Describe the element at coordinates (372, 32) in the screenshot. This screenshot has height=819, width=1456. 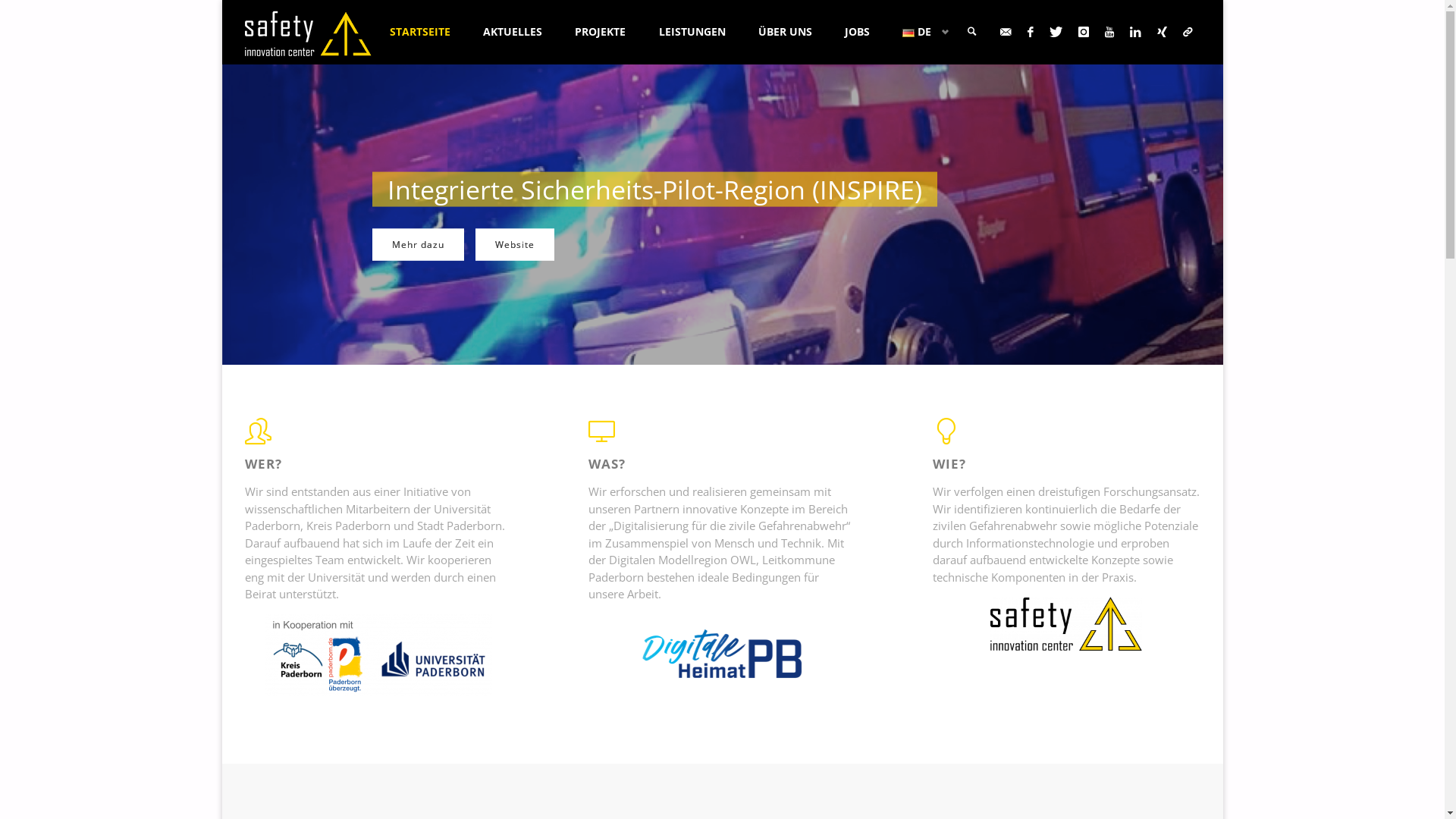
I see `'STARTSEITE'` at that location.